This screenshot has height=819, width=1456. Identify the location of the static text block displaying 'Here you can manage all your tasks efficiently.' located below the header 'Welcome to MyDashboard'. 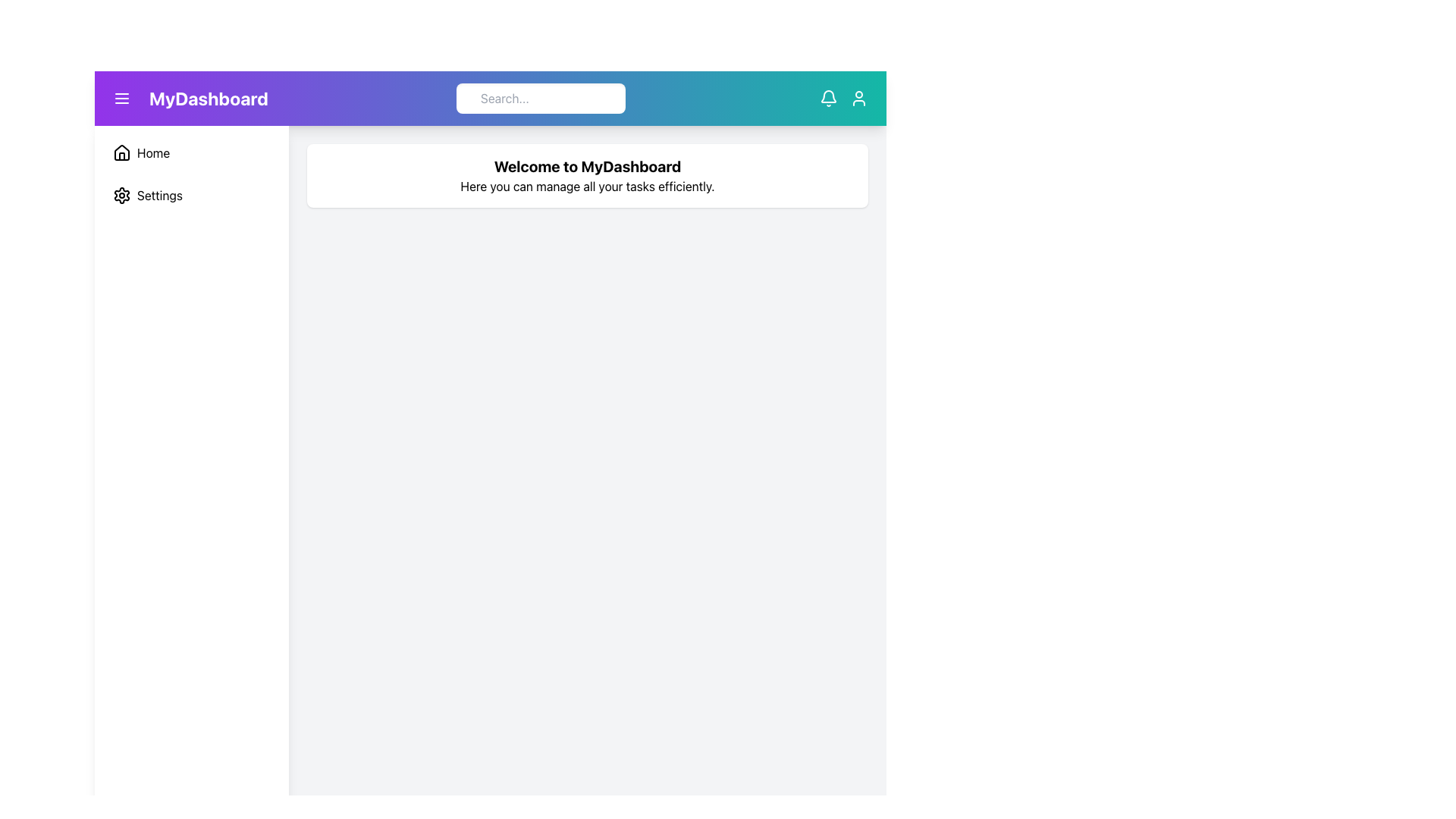
(586, 186).